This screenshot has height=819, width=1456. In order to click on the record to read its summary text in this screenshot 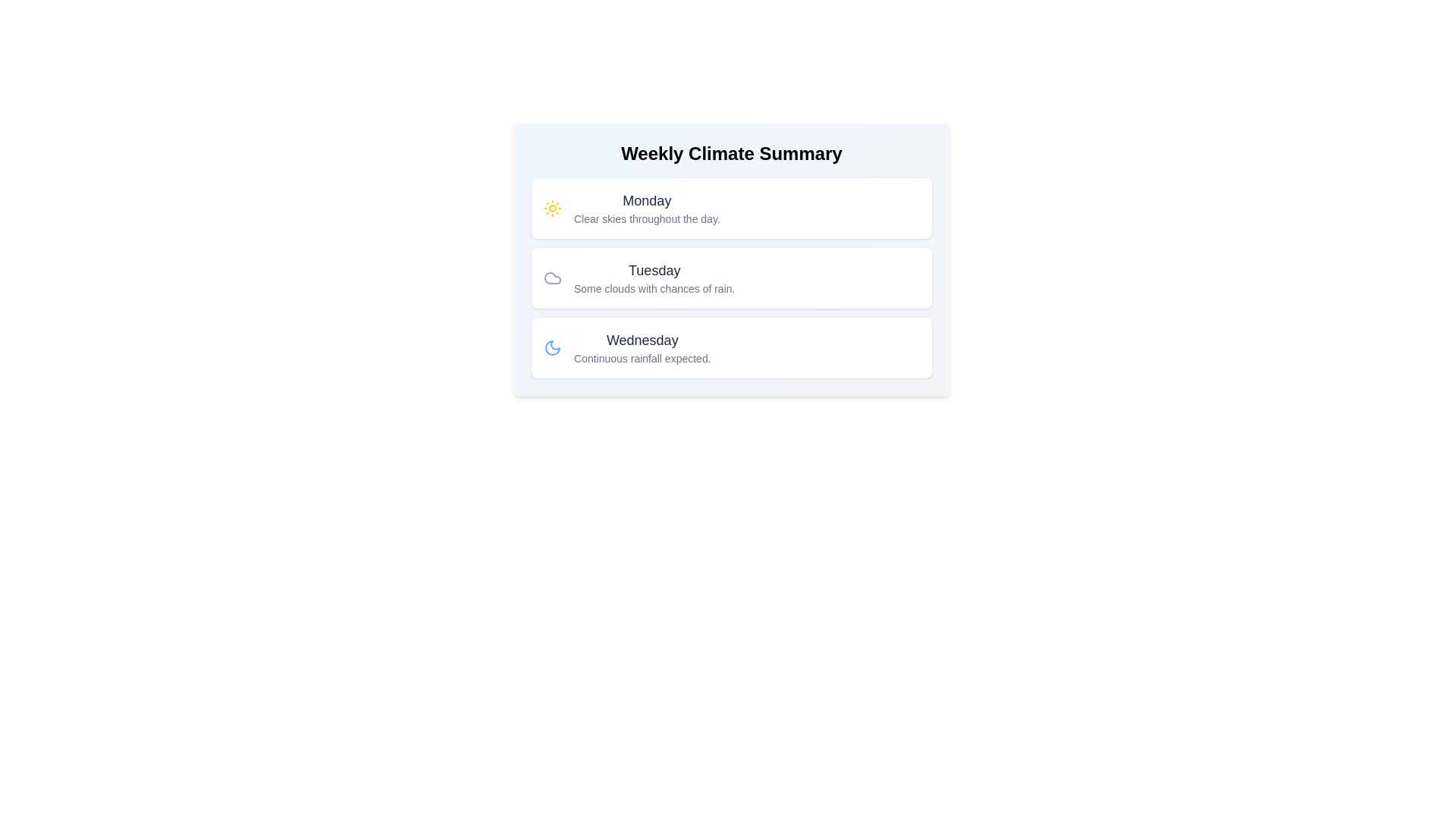, I will do `click(731, 208)`.